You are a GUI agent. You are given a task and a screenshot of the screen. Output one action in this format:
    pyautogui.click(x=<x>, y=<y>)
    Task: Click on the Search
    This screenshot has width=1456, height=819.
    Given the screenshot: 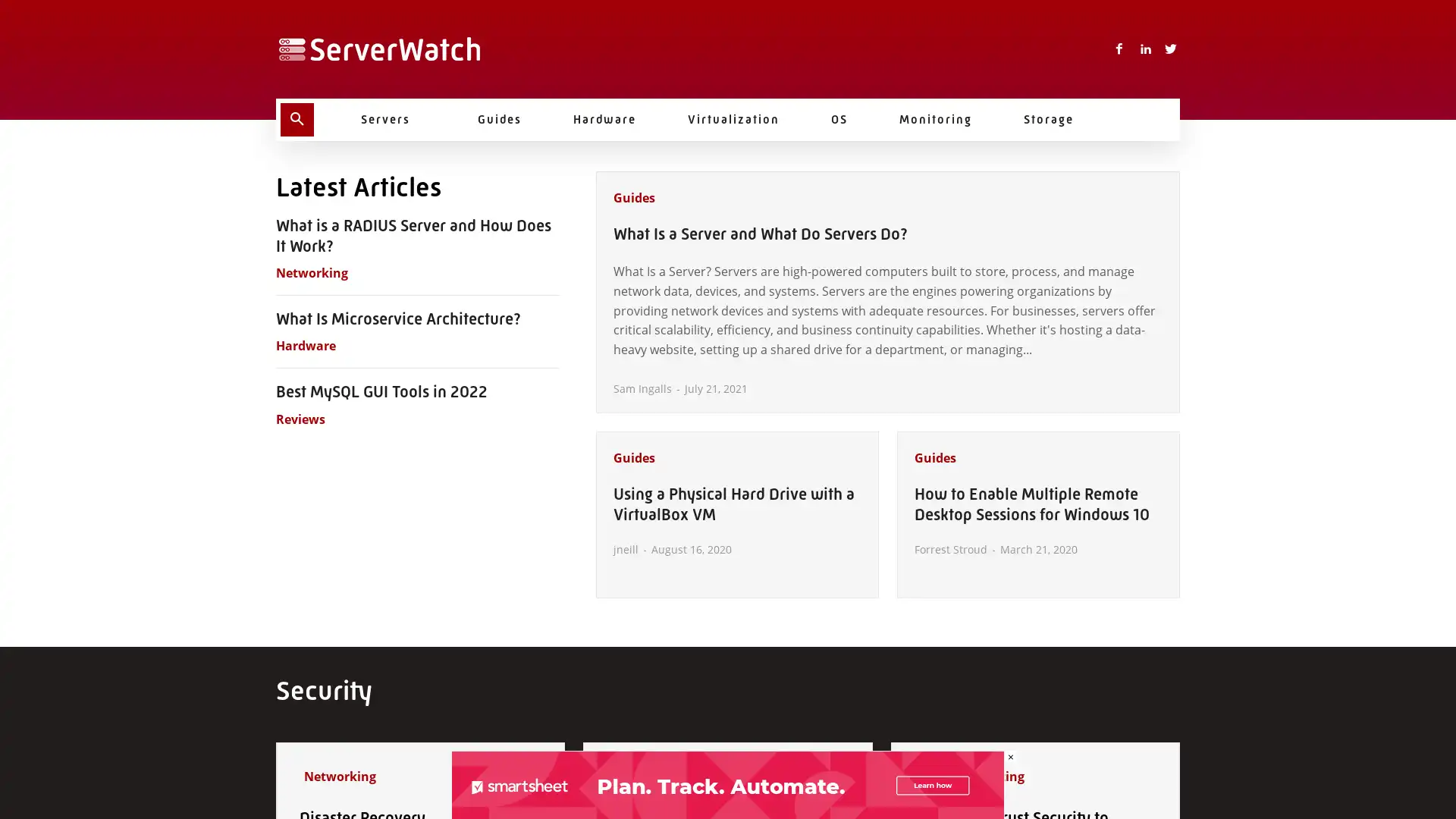 What is the action you would take?
    pyautogui.click(x=297, y=119)
    